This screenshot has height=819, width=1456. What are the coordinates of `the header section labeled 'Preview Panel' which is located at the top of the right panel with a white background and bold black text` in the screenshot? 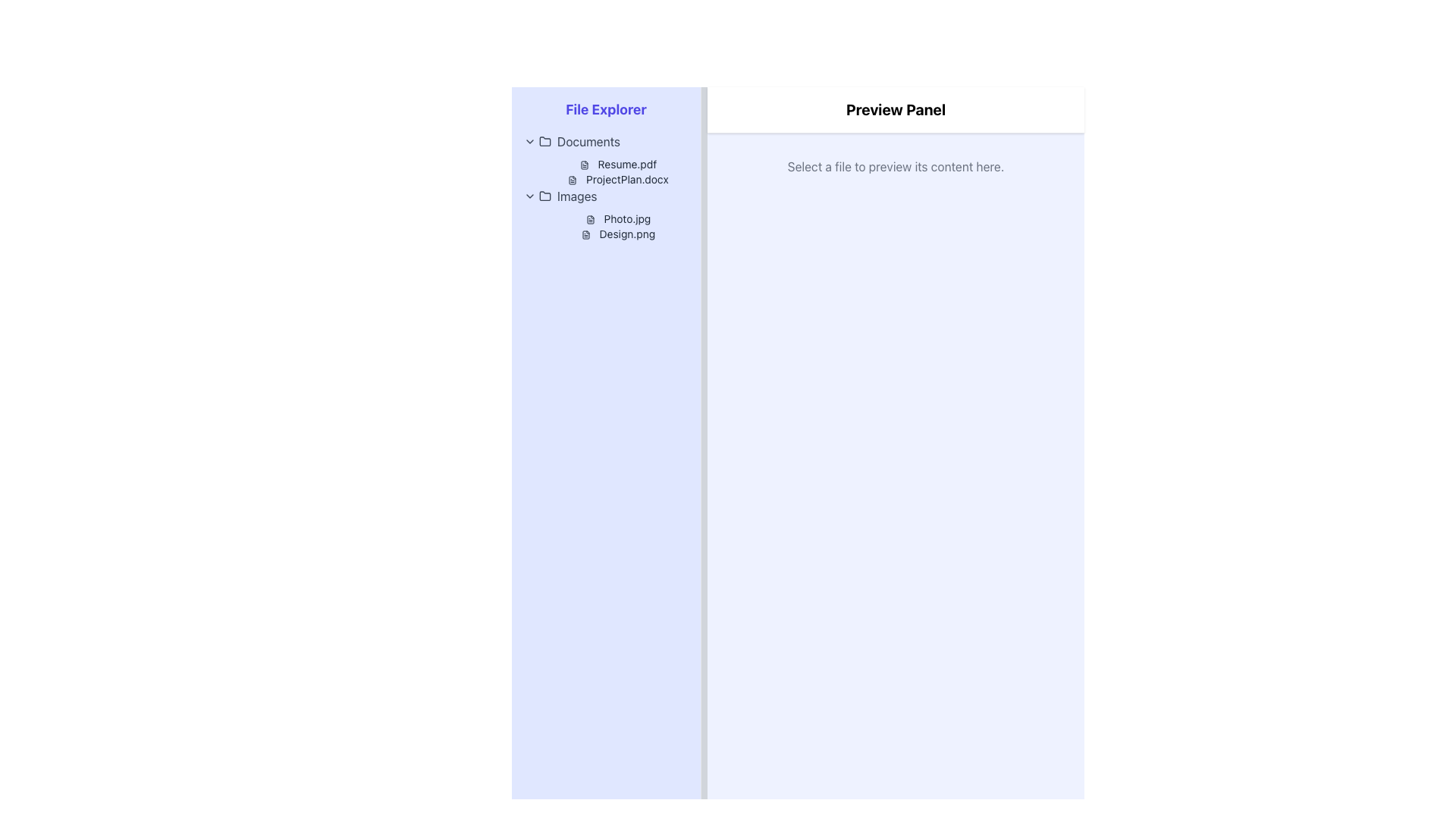 It's located at (896, 109).